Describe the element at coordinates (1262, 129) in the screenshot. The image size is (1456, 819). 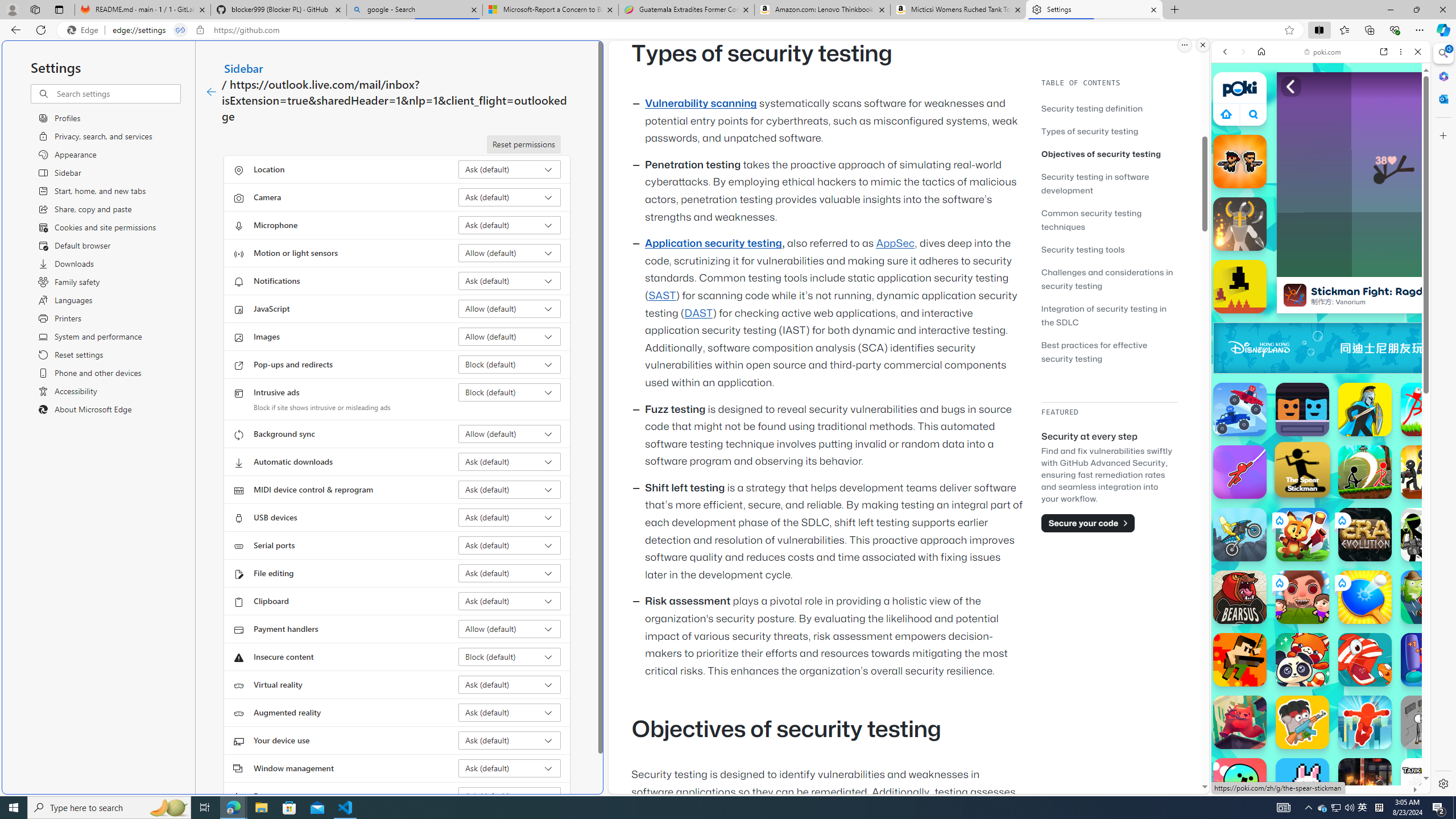
I see `'Search Filter, IMAGES'` at that location.